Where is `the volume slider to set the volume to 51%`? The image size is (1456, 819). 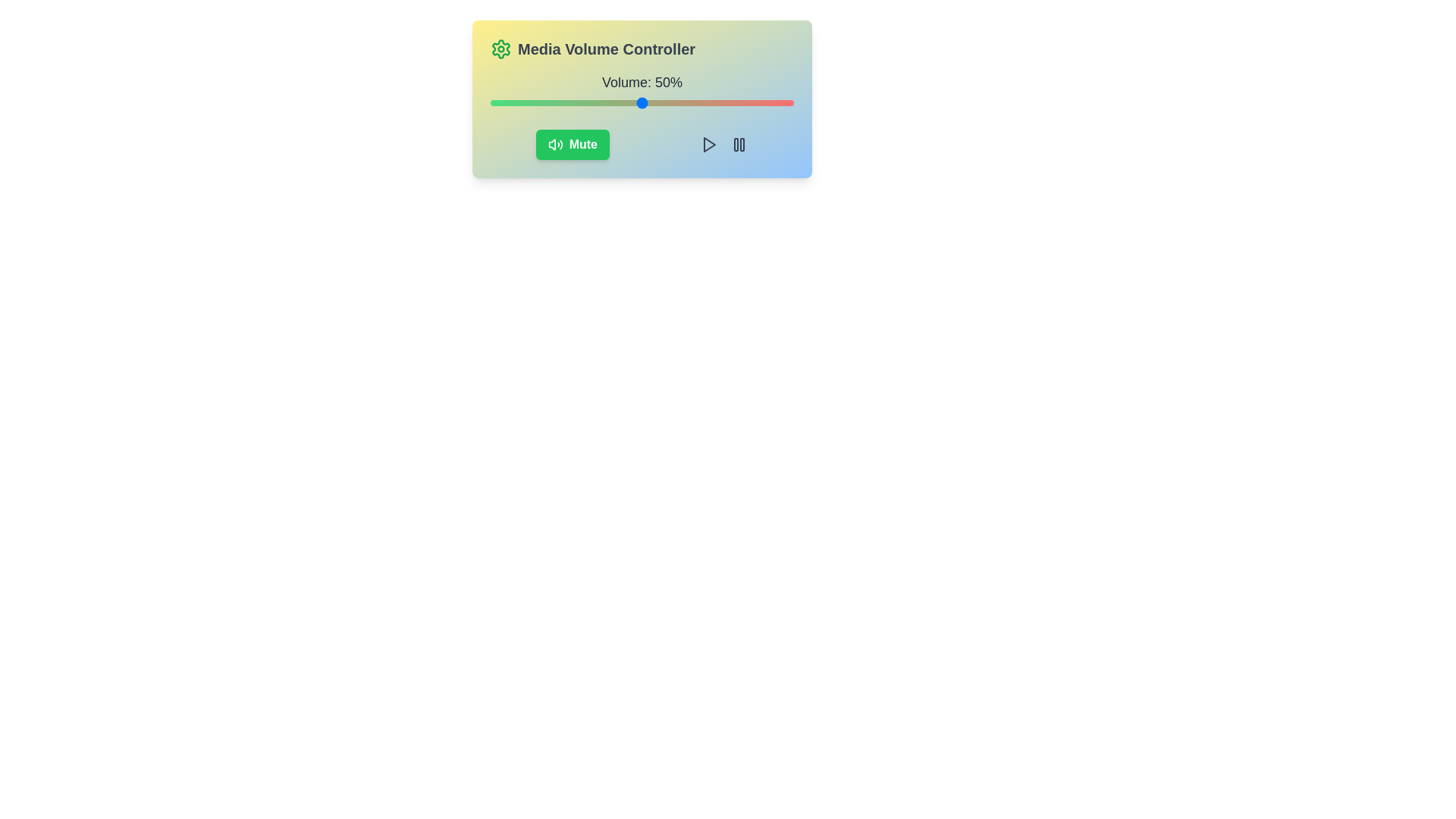 the volume slider to set the volume to 51% is located at coordinates (645, 102).